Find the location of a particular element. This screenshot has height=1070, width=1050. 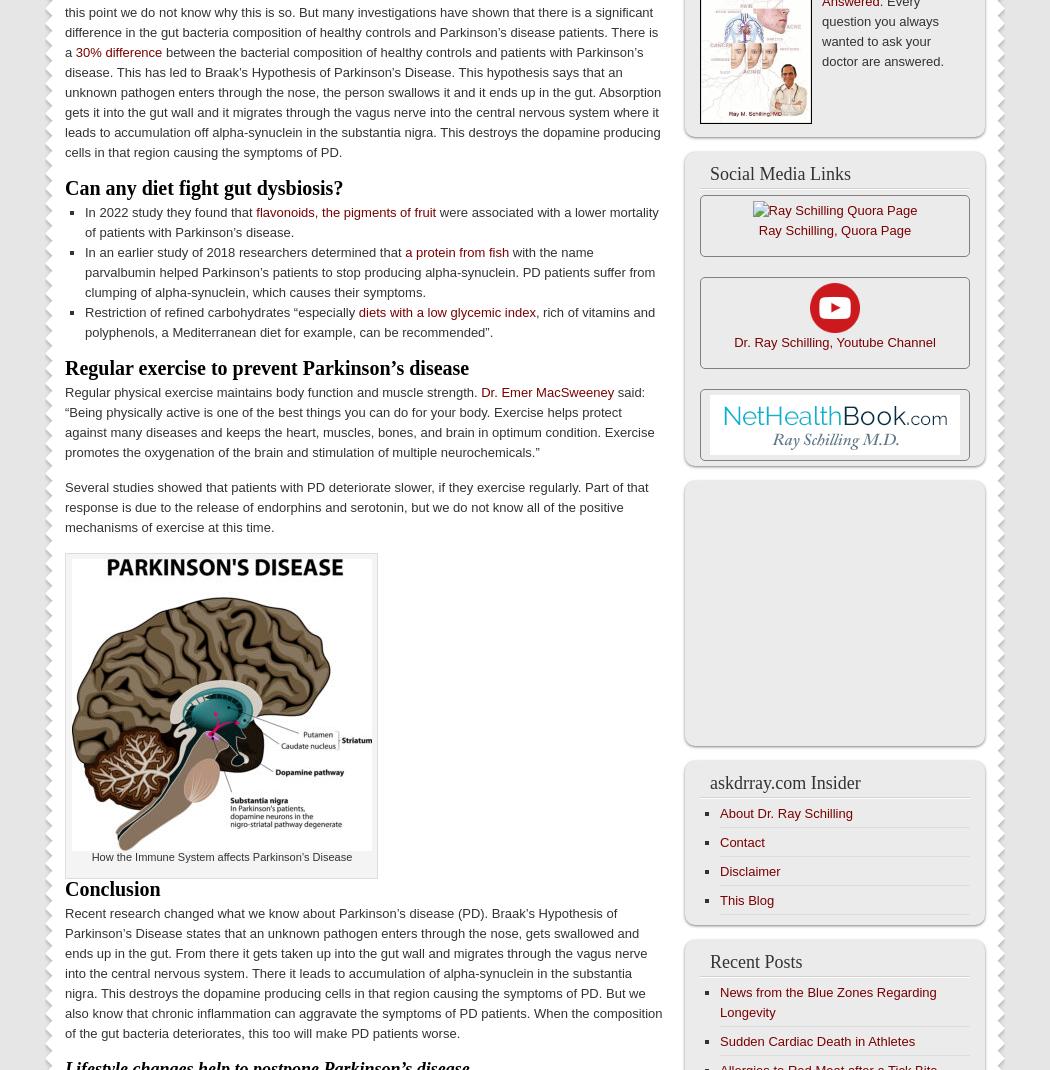

'In 2022 study they found that' is located at coordinates (170, 211).